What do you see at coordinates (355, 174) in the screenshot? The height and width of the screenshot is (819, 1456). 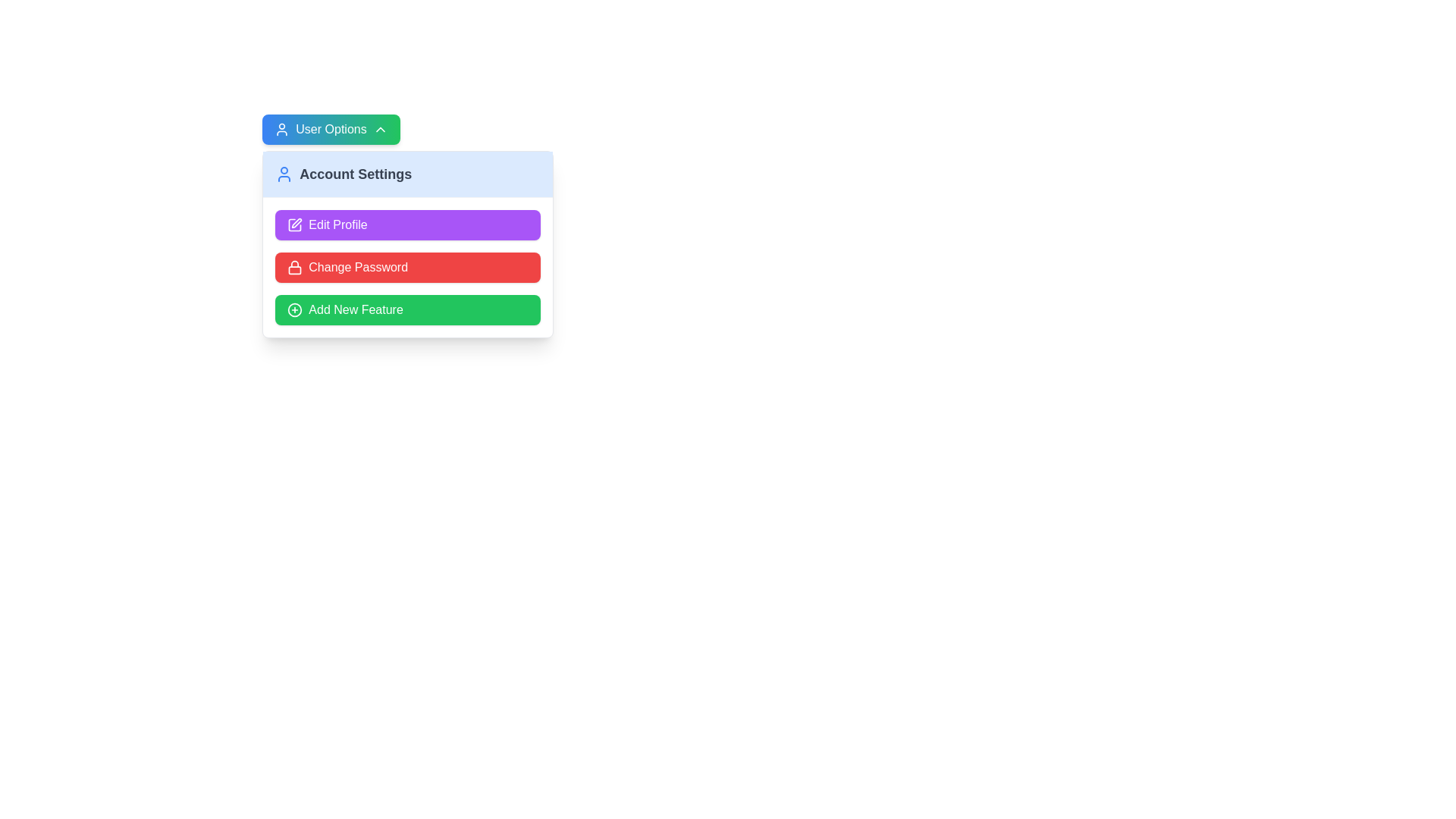 I see `text label that displays 'Account Settings' prominently in bold on a light blue background, located below the 'User Options' button and to the right of a small user icon` at bounding box center [355, 174].